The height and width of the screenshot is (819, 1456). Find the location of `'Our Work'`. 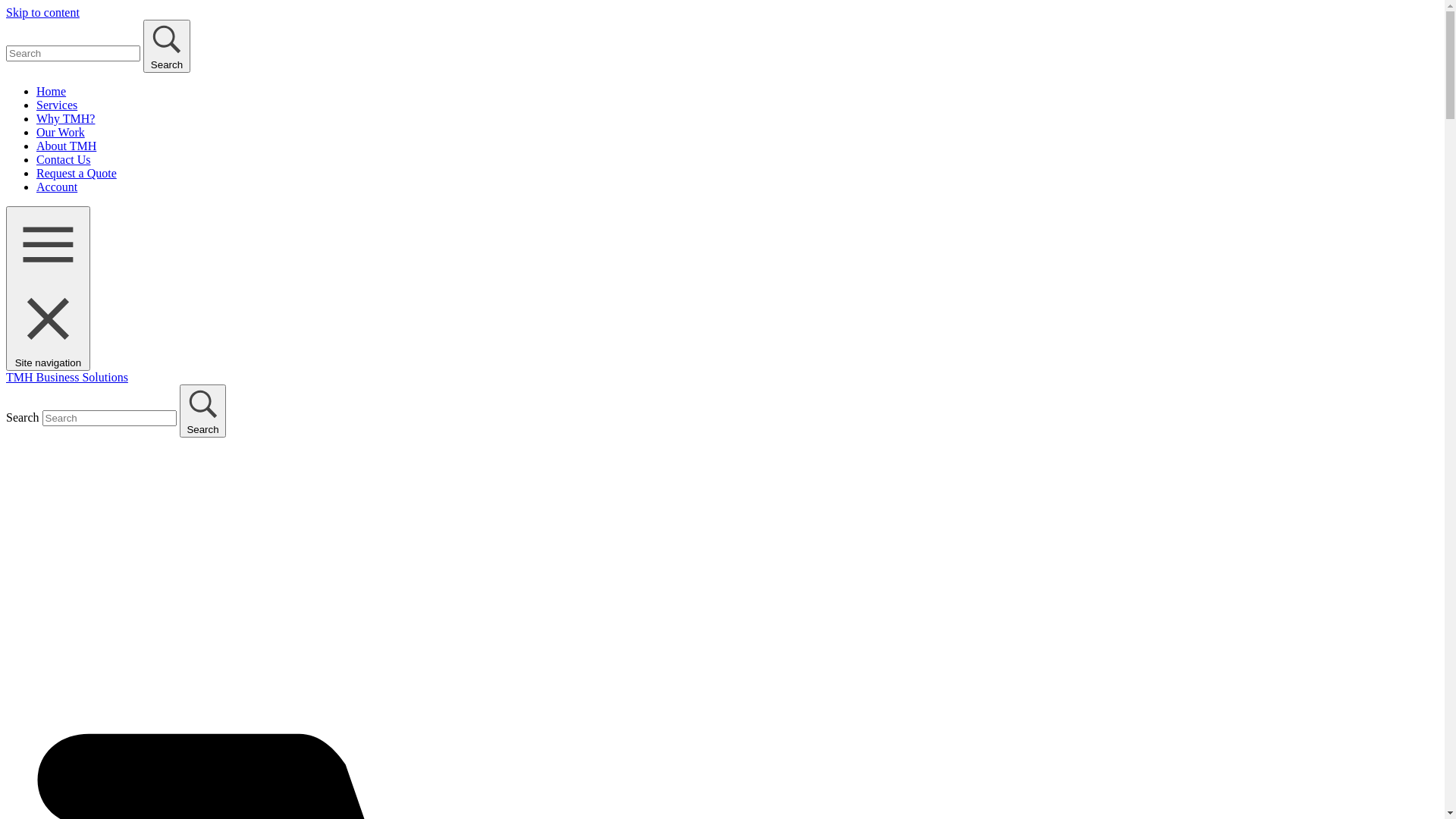

'Our Work' is located at coordinates (61, 131).